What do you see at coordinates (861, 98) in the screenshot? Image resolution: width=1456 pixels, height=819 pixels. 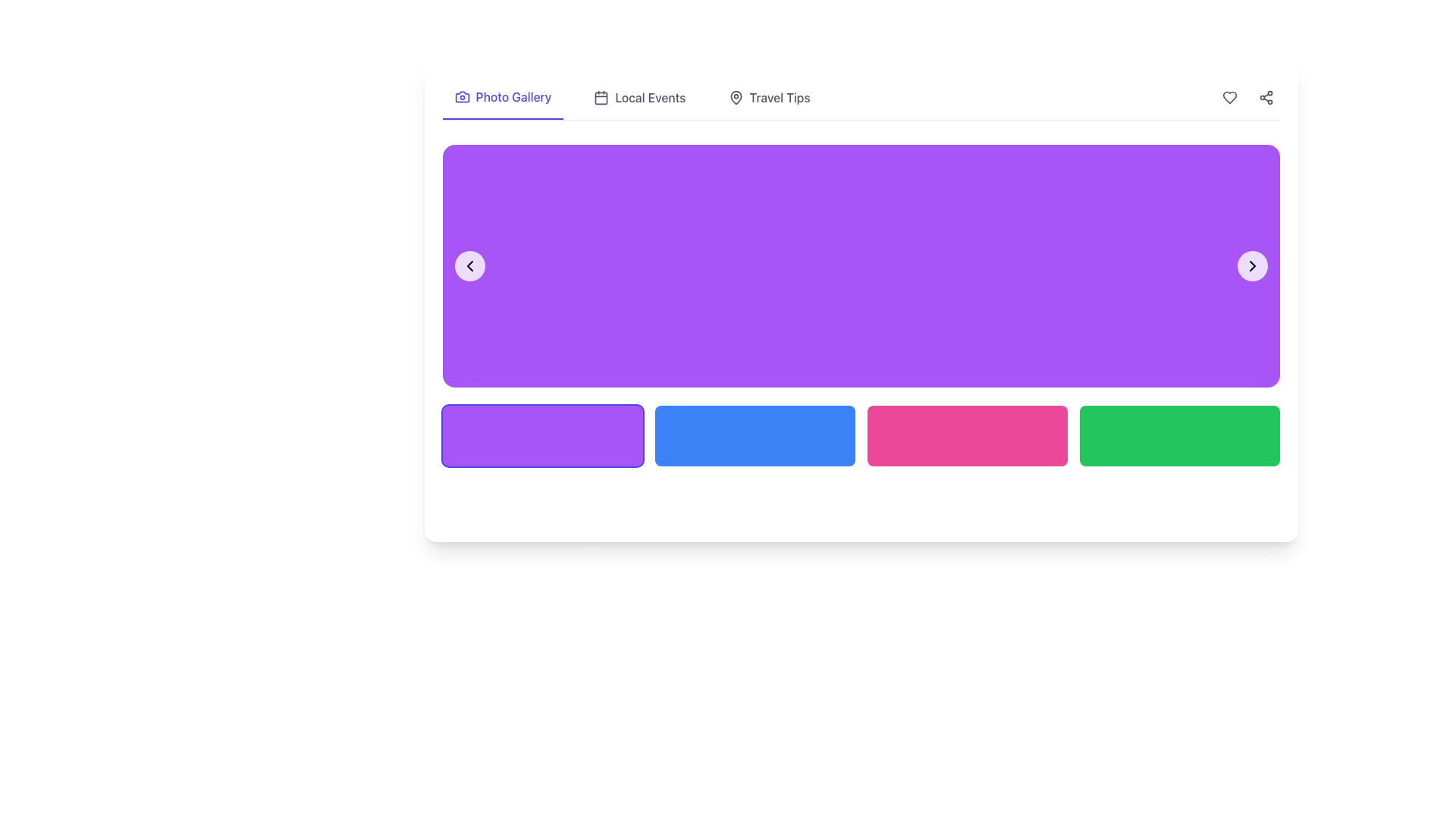 I see `the 'Photo Gallery', 'Local Events', and 'Travel Tips' sections of the Navigation bar` at bounding box center [861, 98].